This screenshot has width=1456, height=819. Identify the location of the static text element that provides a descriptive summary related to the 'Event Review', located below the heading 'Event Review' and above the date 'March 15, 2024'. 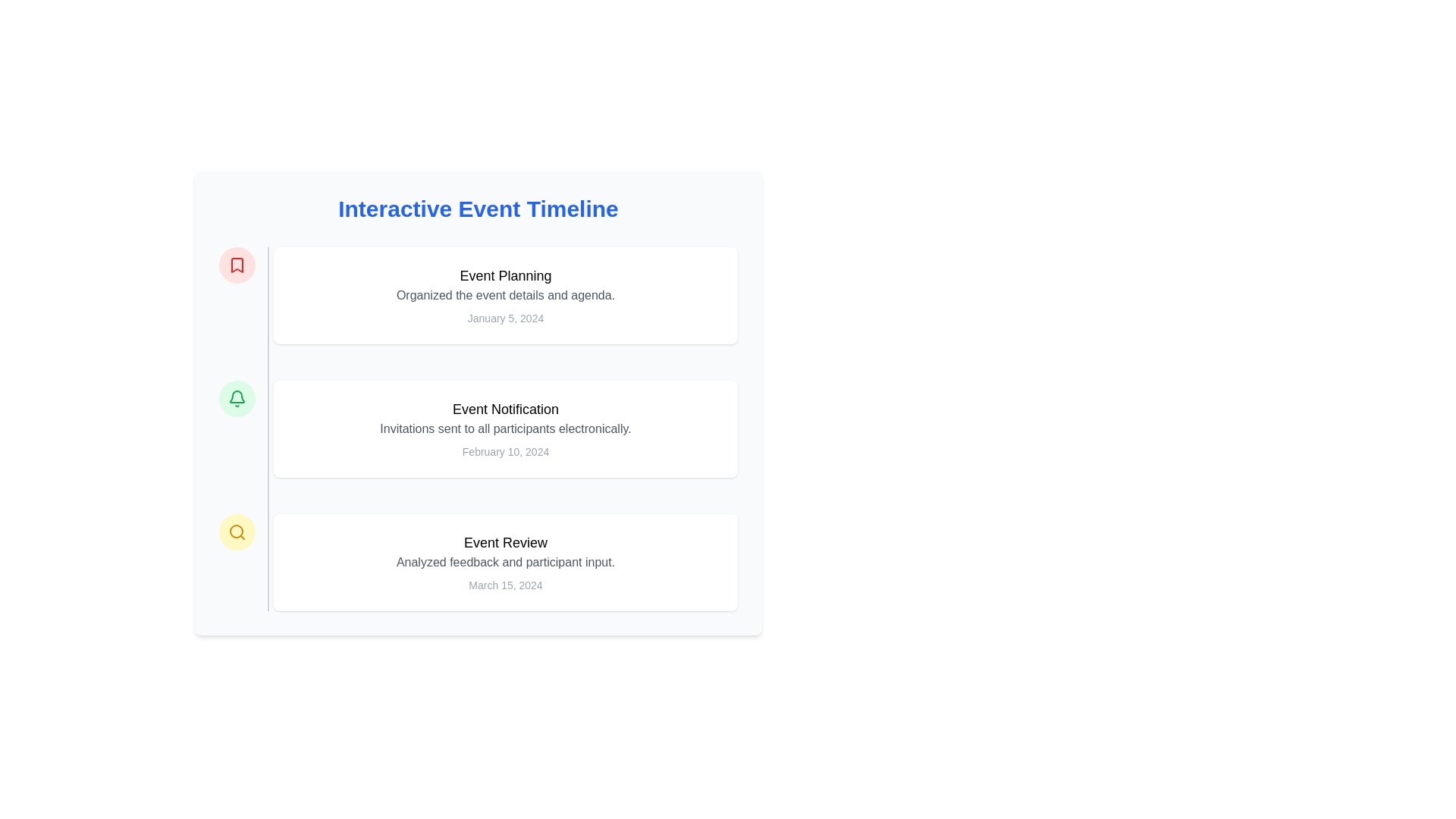
(506, 562).